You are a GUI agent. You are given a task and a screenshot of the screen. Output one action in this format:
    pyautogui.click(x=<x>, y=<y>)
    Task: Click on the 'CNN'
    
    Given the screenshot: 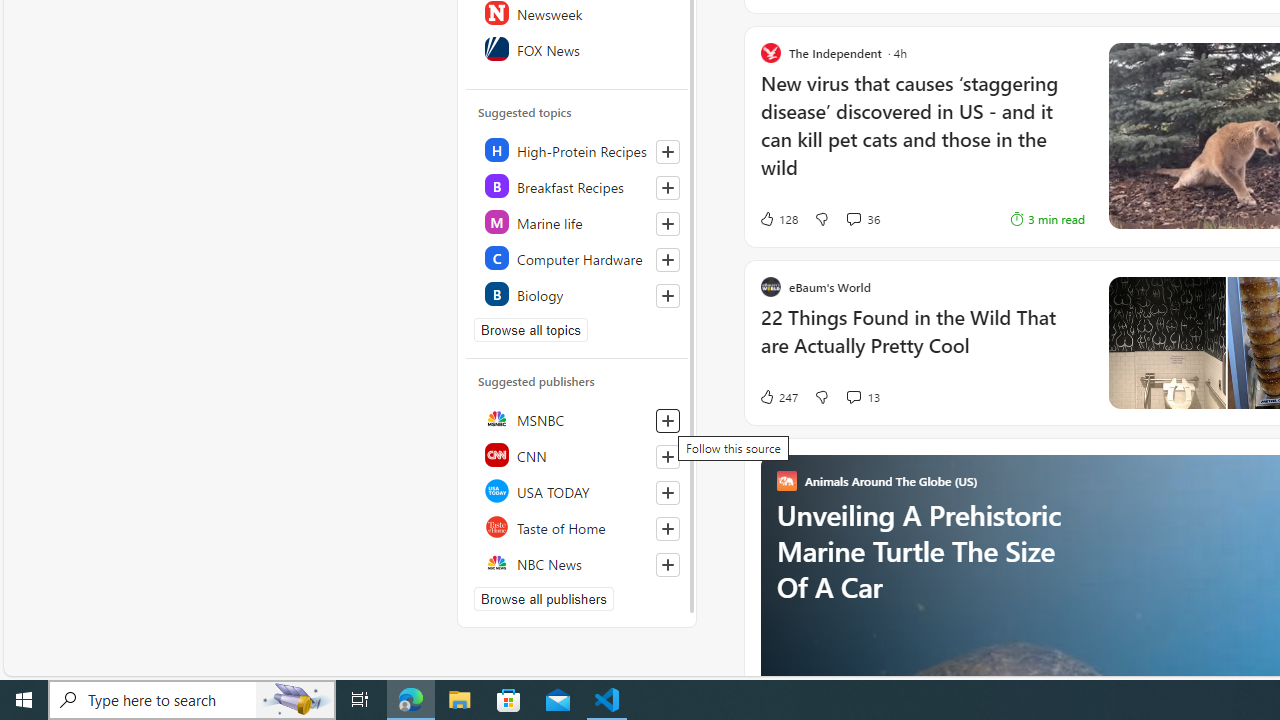 What is the action you would take?
    pyautogui.click(x=577, y=455)
    